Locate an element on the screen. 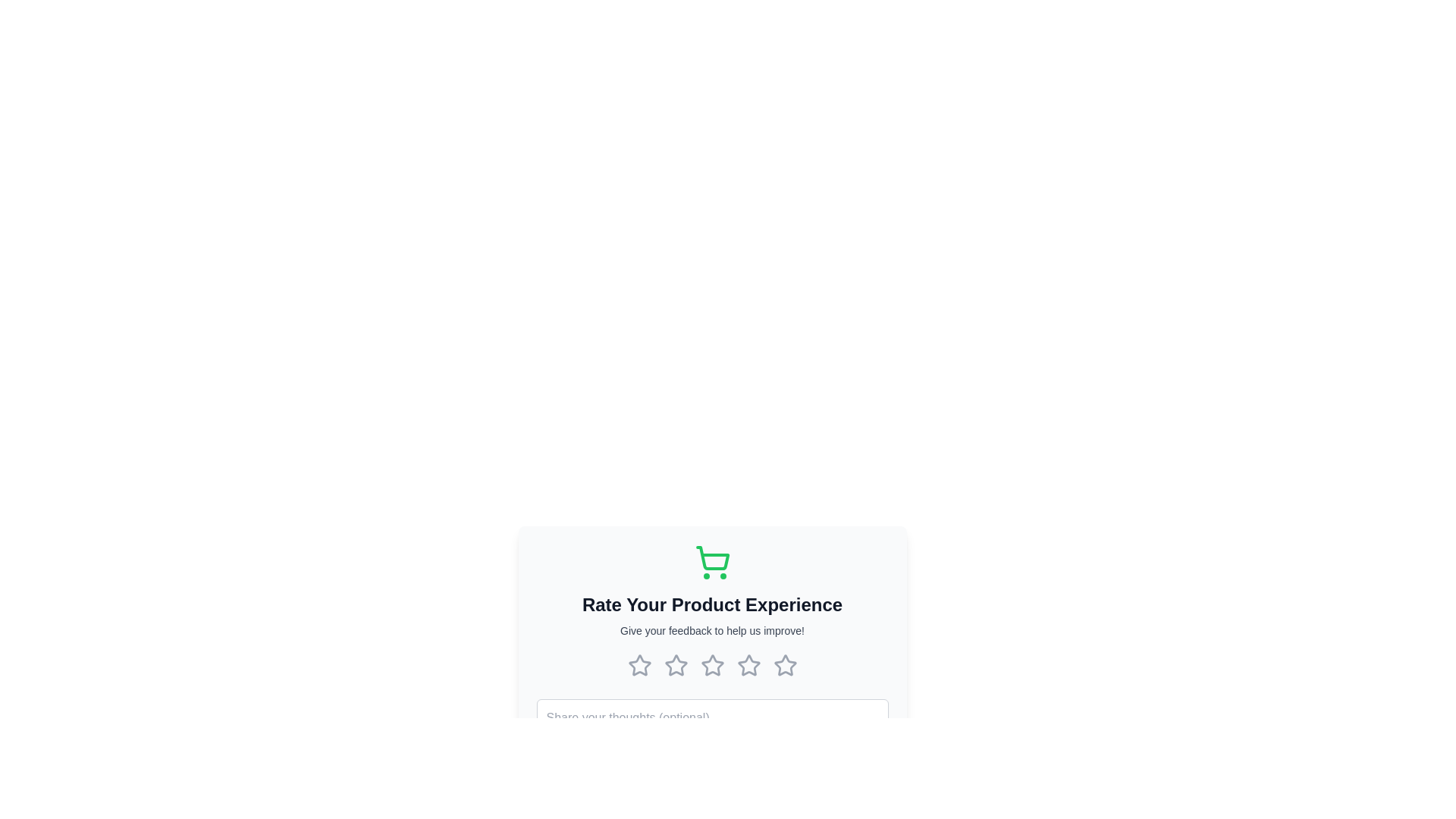  the fourth star-shaped icon in the row of rating options, located below the heading 'Rate Your Product Experience', to change its color to yellow is located at coordinates (748, 665).